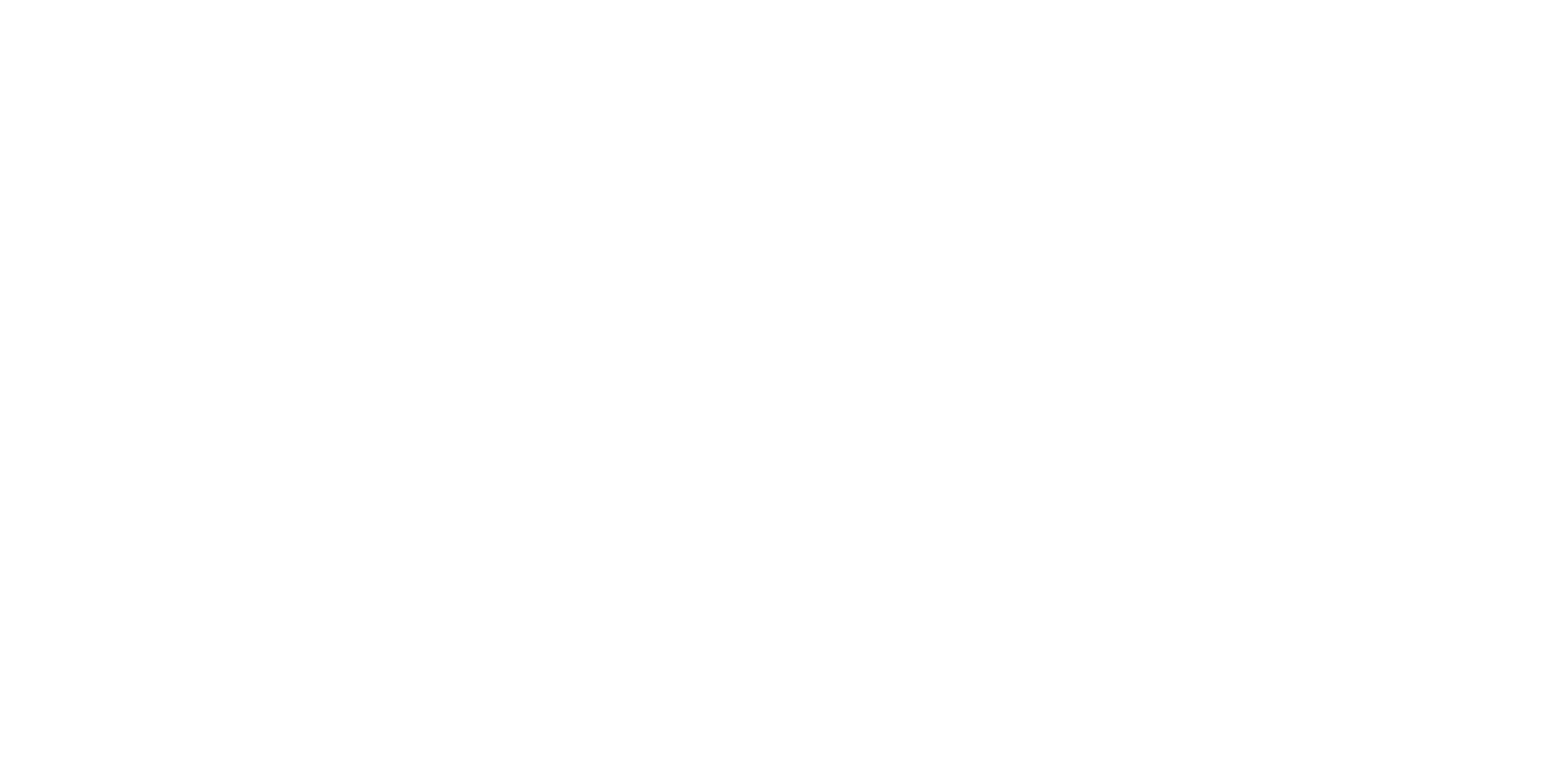 This screenshot has width=1551, height=784. I want to click on '(77)', so click(1045, 604).